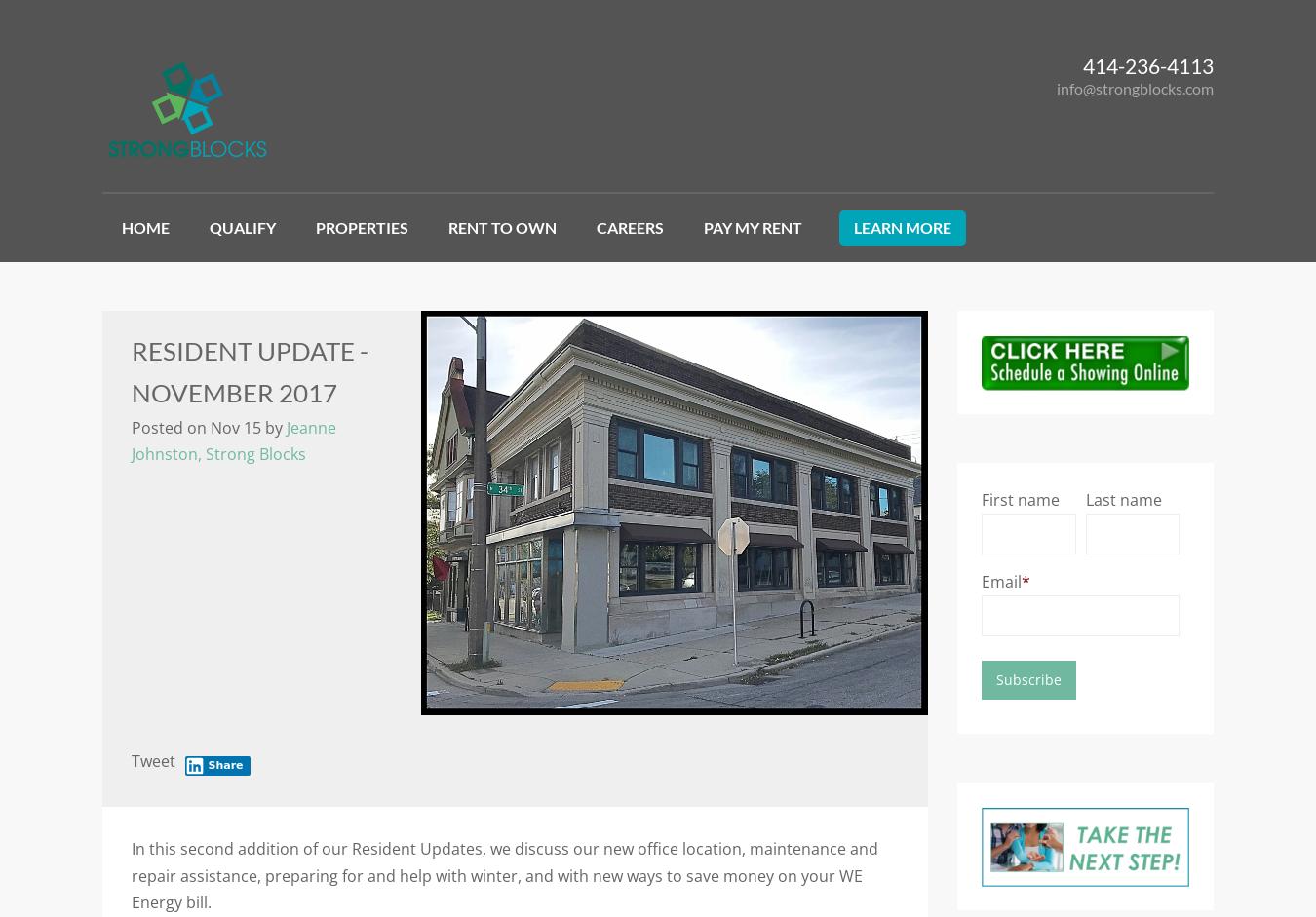 The width and height of the screenshot is (1316, 917). I want to click on 'First name', so click(980, 497).